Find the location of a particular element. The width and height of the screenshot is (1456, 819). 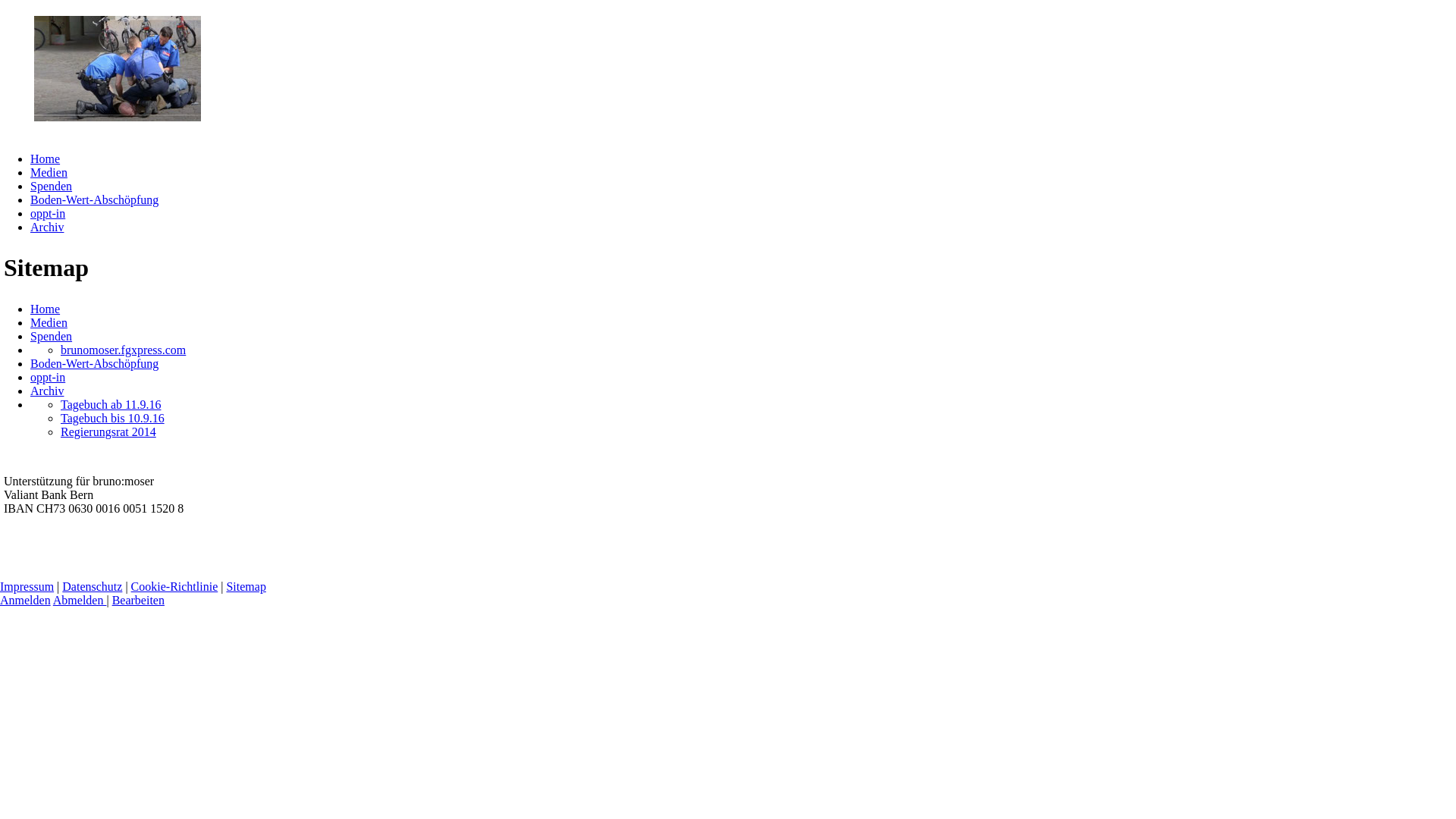

'Impressum' is located at coordinates (27, 585).